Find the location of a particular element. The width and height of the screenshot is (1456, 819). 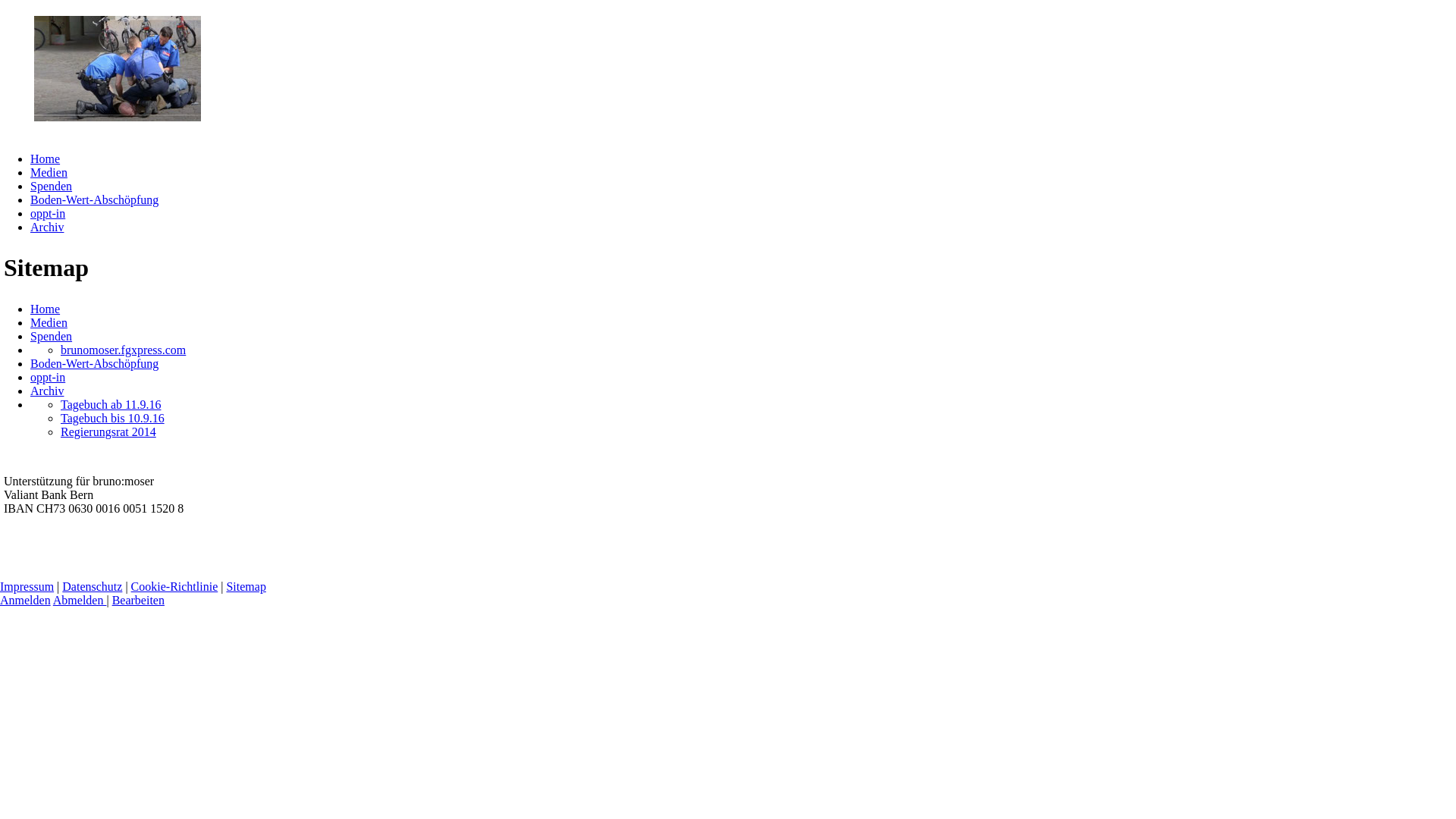

'Impressum' is located at coordinates (27, 585).